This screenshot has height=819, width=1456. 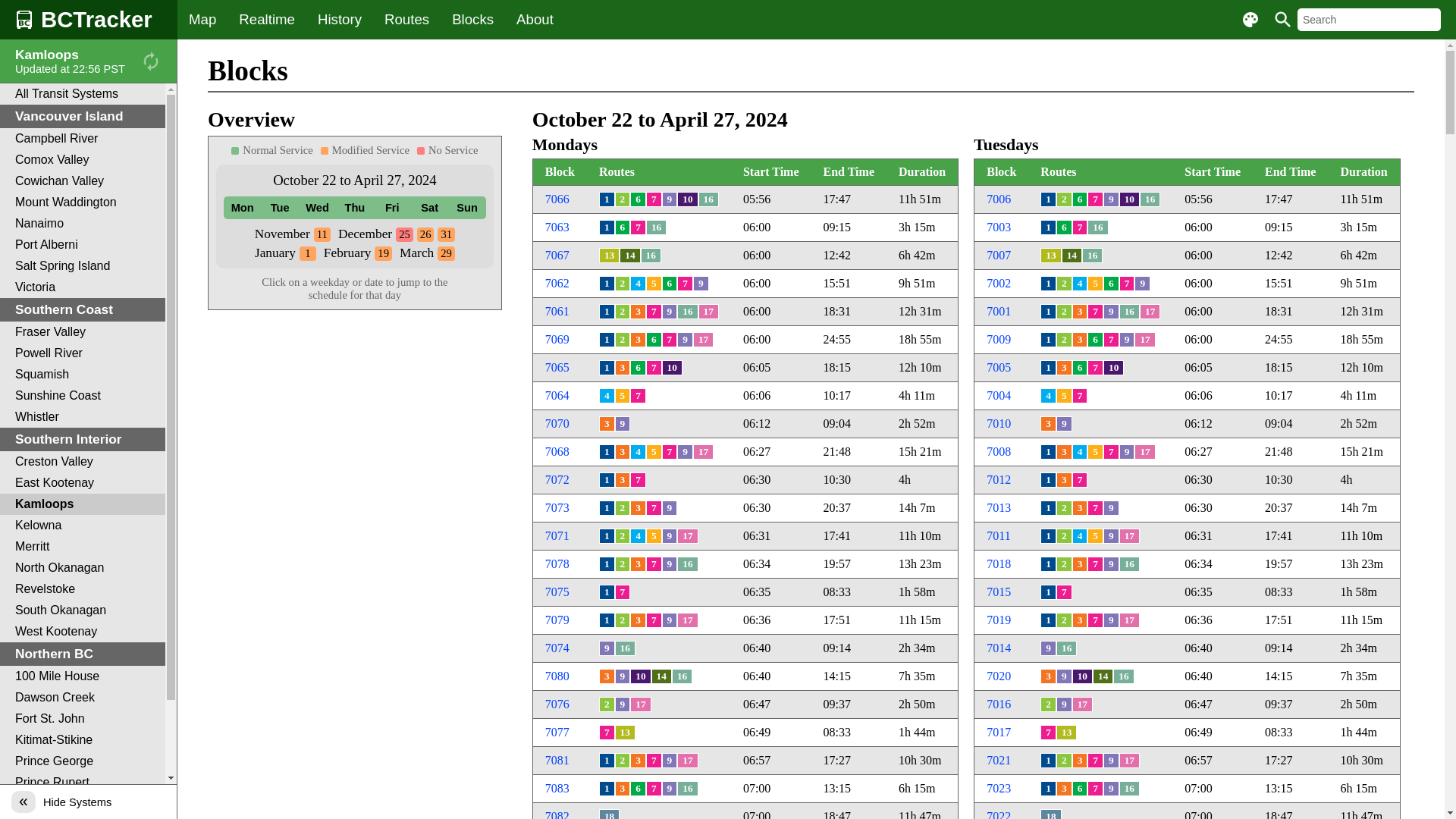 What do you see at coordinates (1055, 620) in the screenshot?
I see `'2'` at bounding box center [1055, 620].